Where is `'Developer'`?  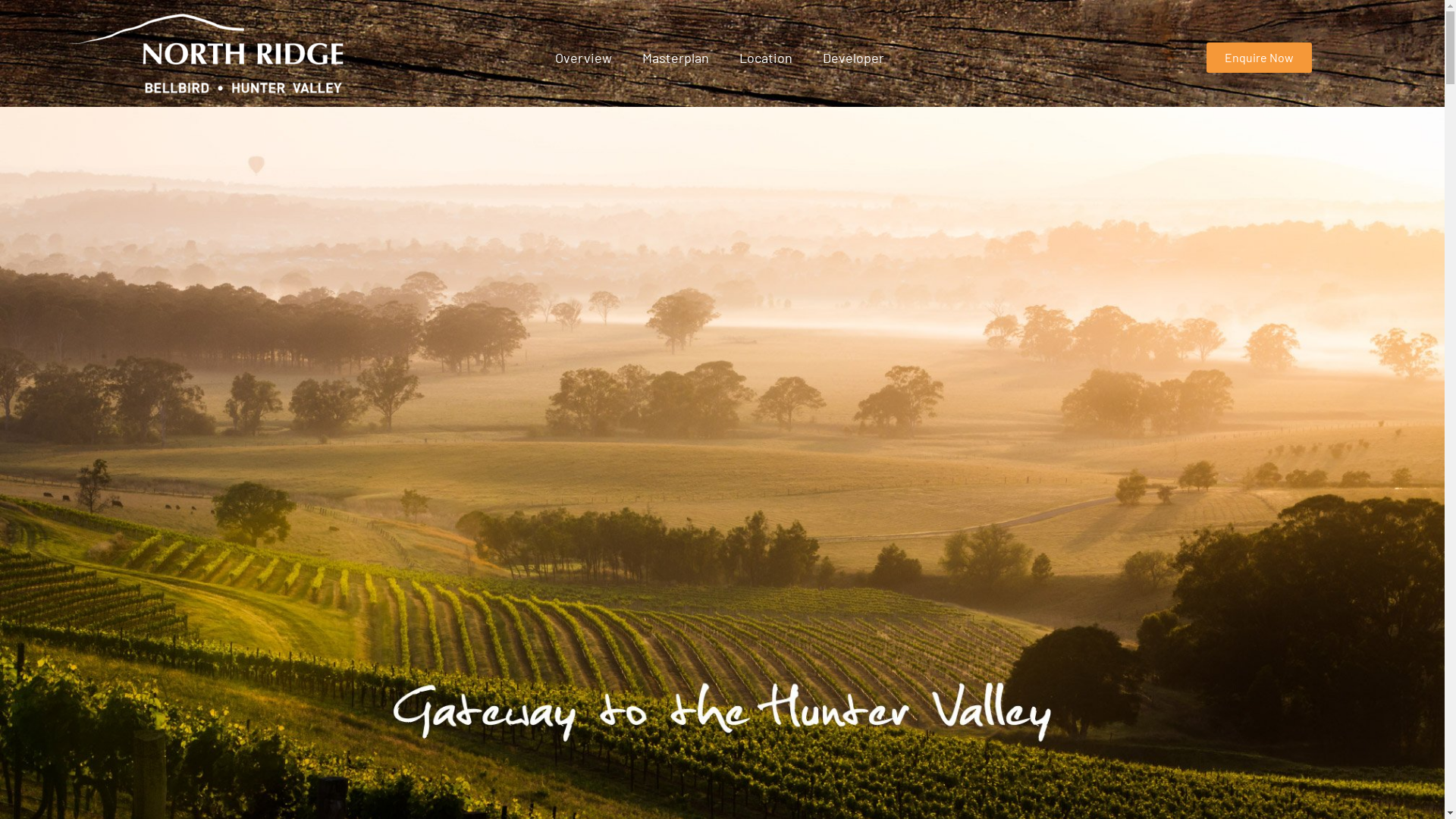 'Developer' is located at coordinates (853, 57).